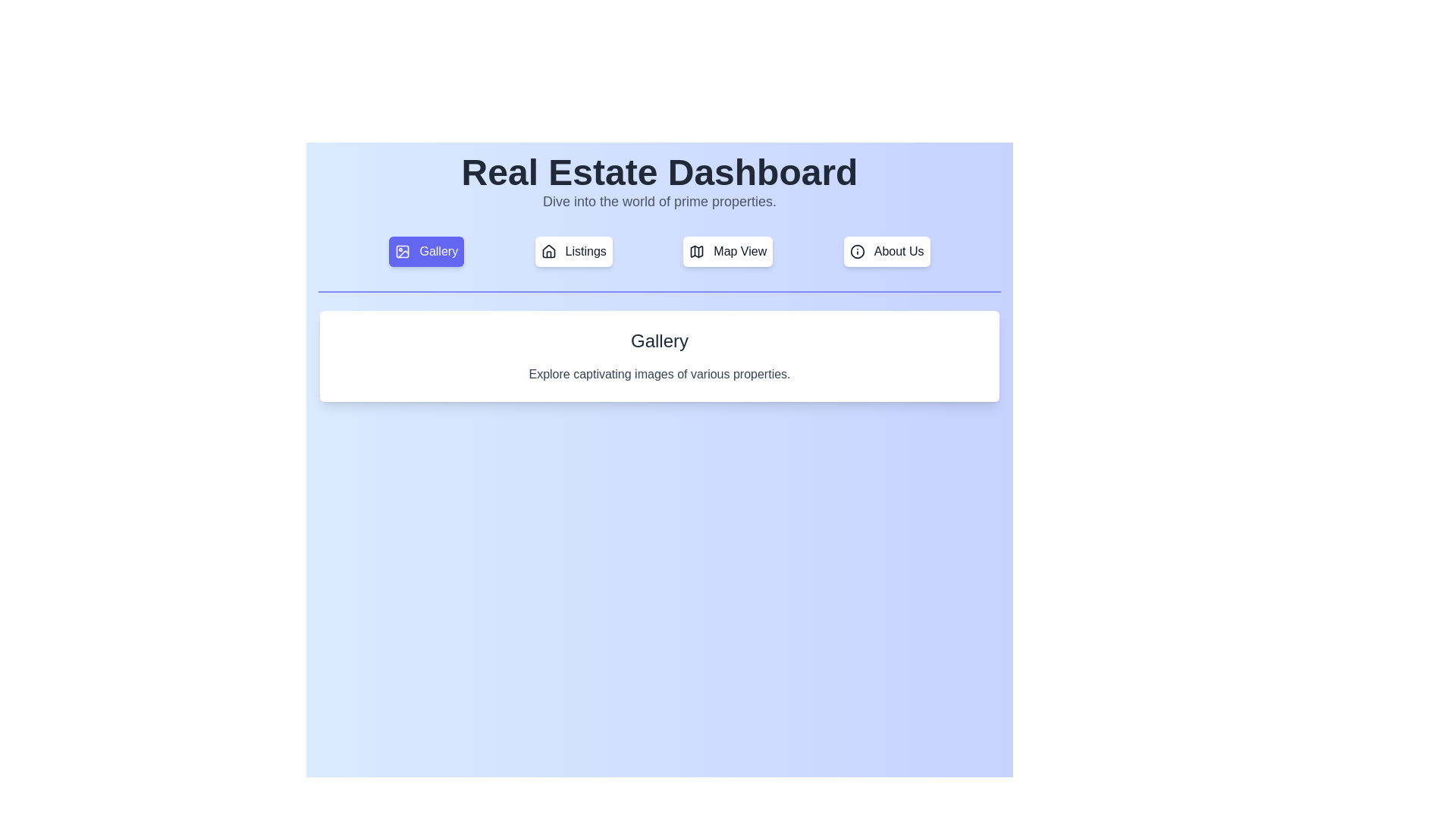 This screenshot has width=1456, height=819. I want to click on the tab labeled About Us to observe its hover effect, so click(886, 250).